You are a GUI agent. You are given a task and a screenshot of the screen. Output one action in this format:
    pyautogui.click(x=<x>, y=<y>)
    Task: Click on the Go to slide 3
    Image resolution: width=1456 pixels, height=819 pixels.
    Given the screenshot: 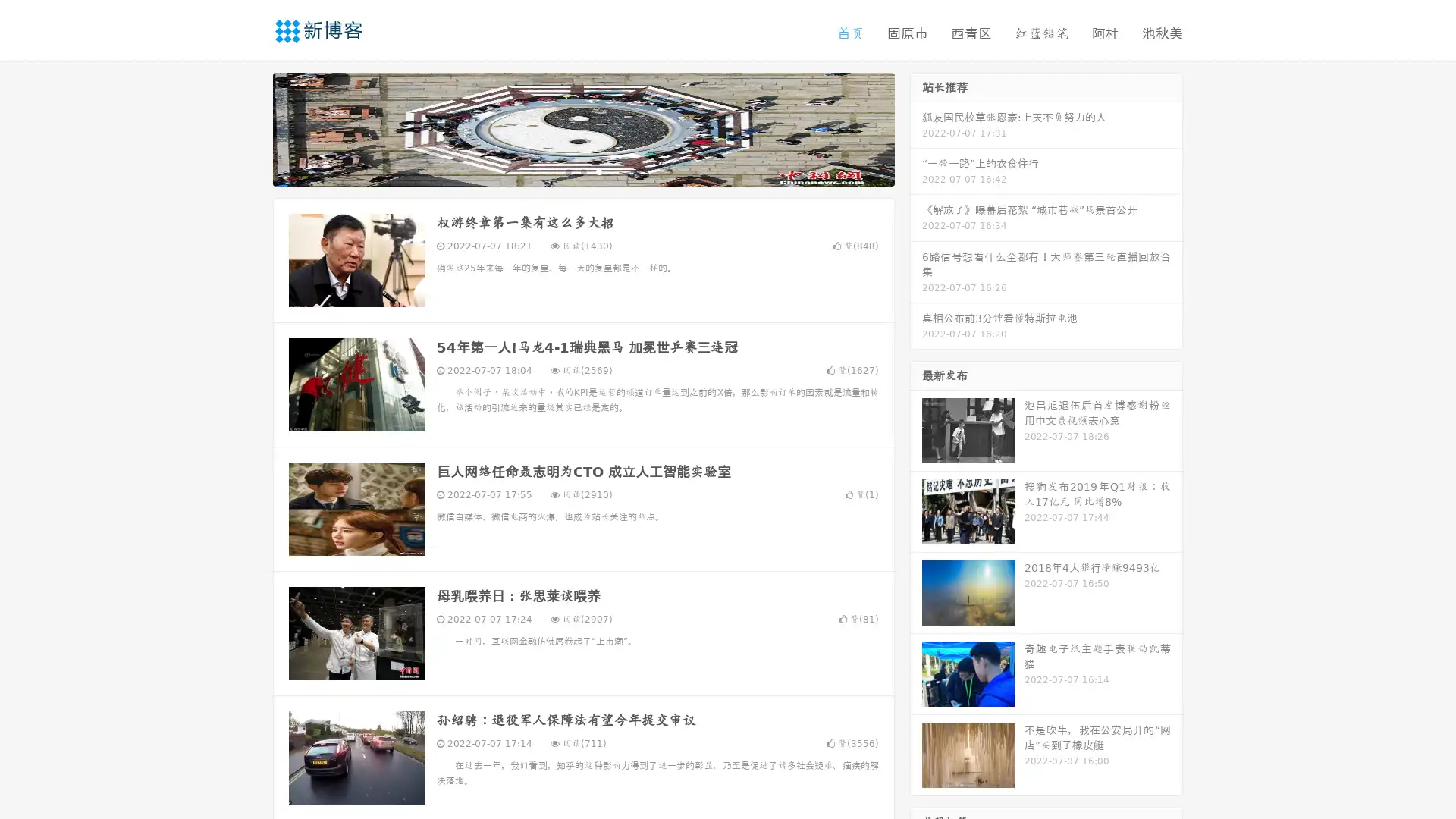 What is the action you would take?
    pyautogui.click(x=598, y=171)
    